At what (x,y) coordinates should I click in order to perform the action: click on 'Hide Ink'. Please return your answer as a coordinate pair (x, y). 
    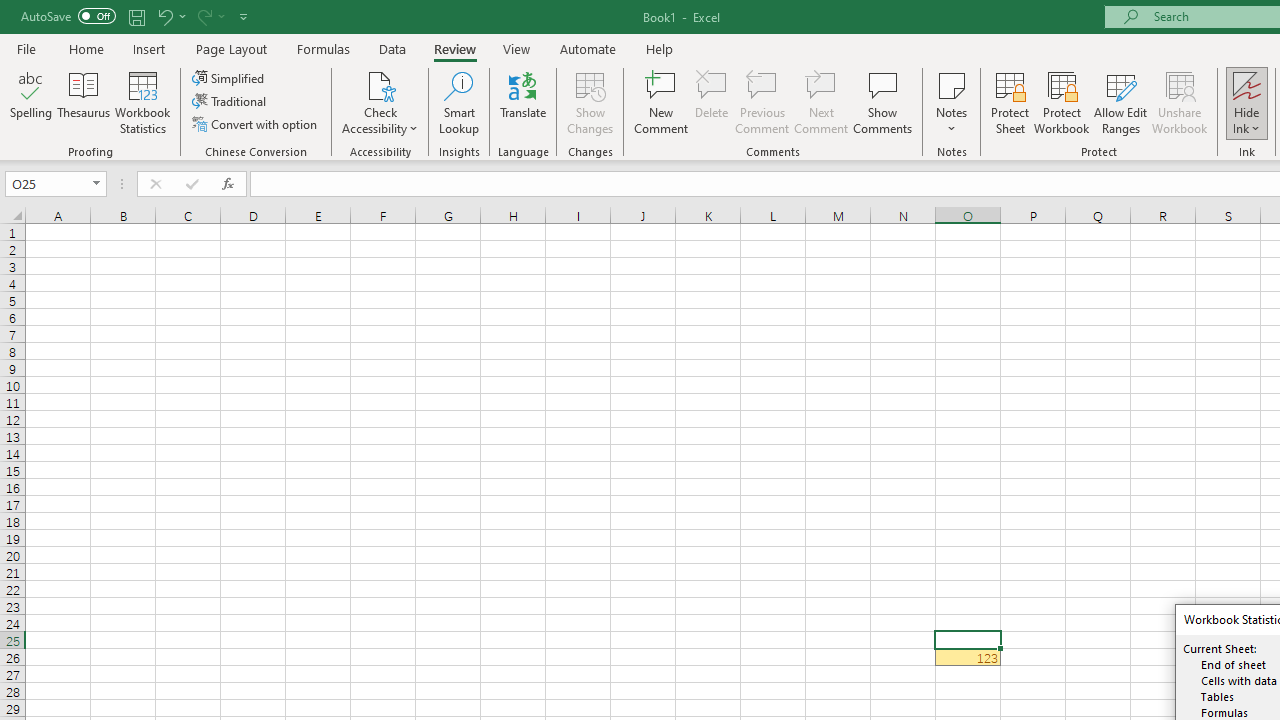
    Looking at the image, I should click on (1246, 103).